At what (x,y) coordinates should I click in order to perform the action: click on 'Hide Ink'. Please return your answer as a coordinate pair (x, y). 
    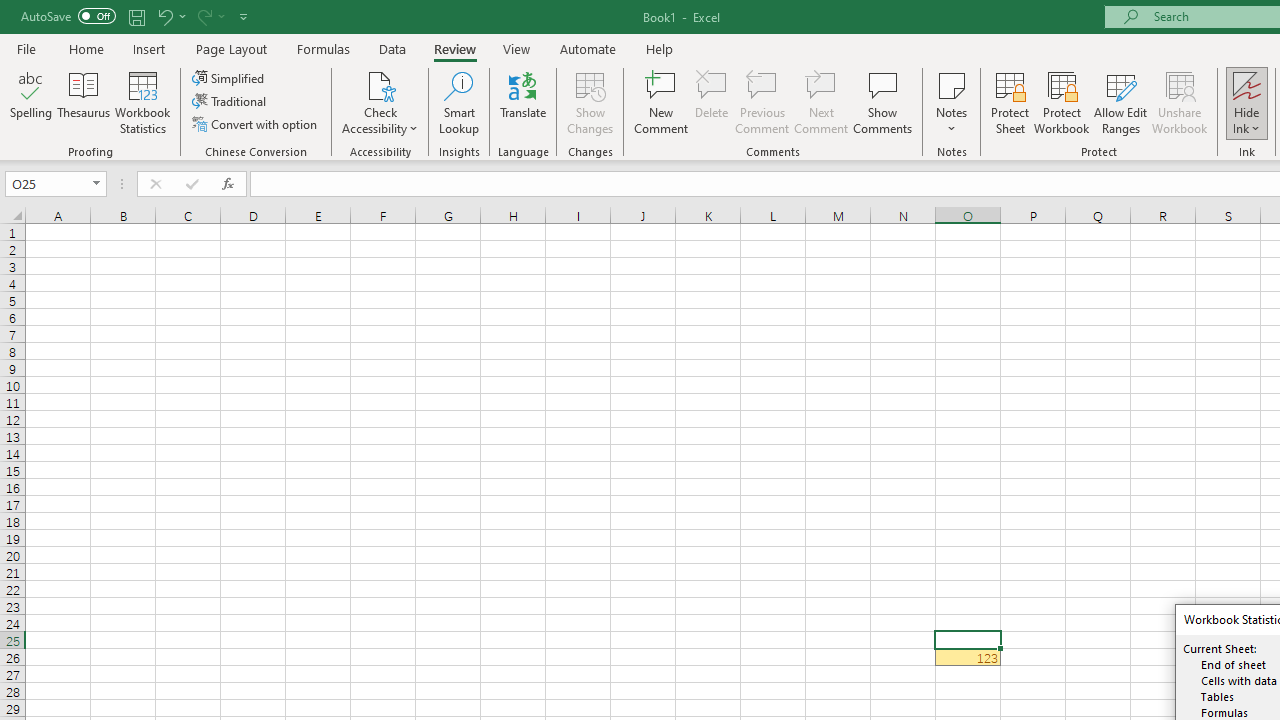
    Looking at the image, I should click on (1246, 103).